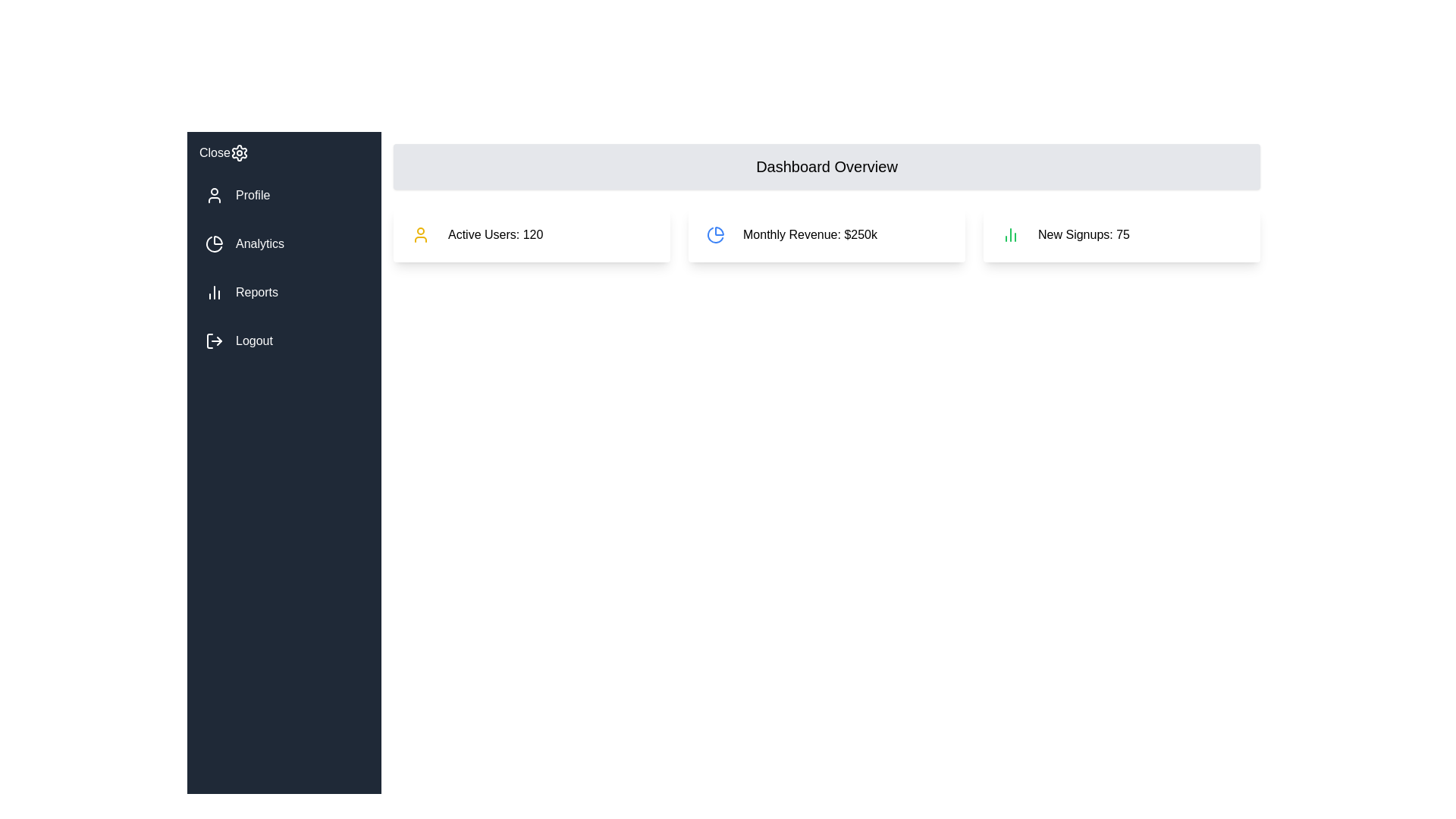 This screenshot has width=1456, height=819. What do you see at coordinates (284, 243) in the screenshot?
I see `the Analytics button located in the vertical navigation bar, which is the second item below the Profile item and above the Reports item` at bounding box center [284, 243].